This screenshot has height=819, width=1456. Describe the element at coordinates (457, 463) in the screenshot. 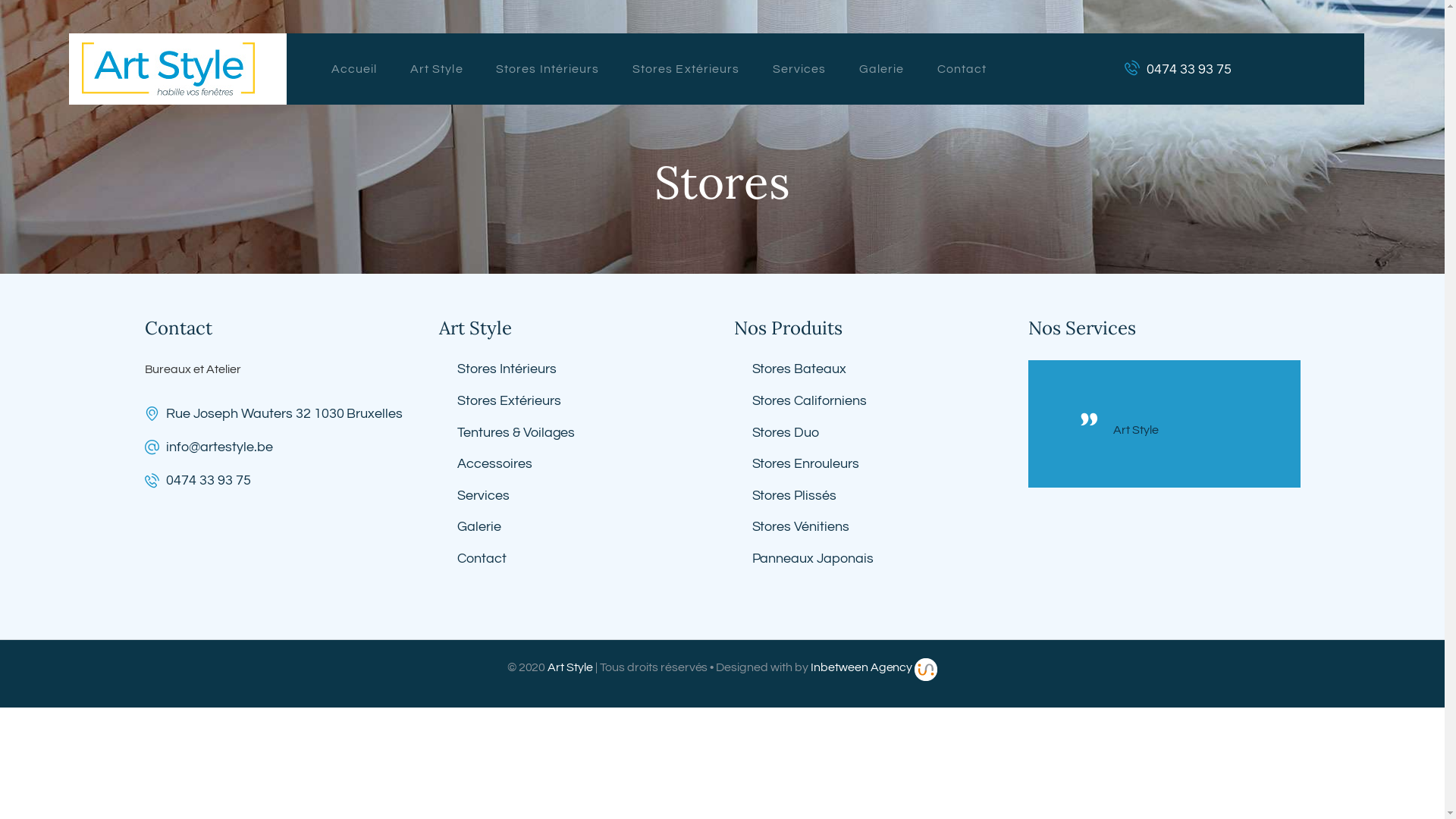

I see `'Accessoires'` at that location.